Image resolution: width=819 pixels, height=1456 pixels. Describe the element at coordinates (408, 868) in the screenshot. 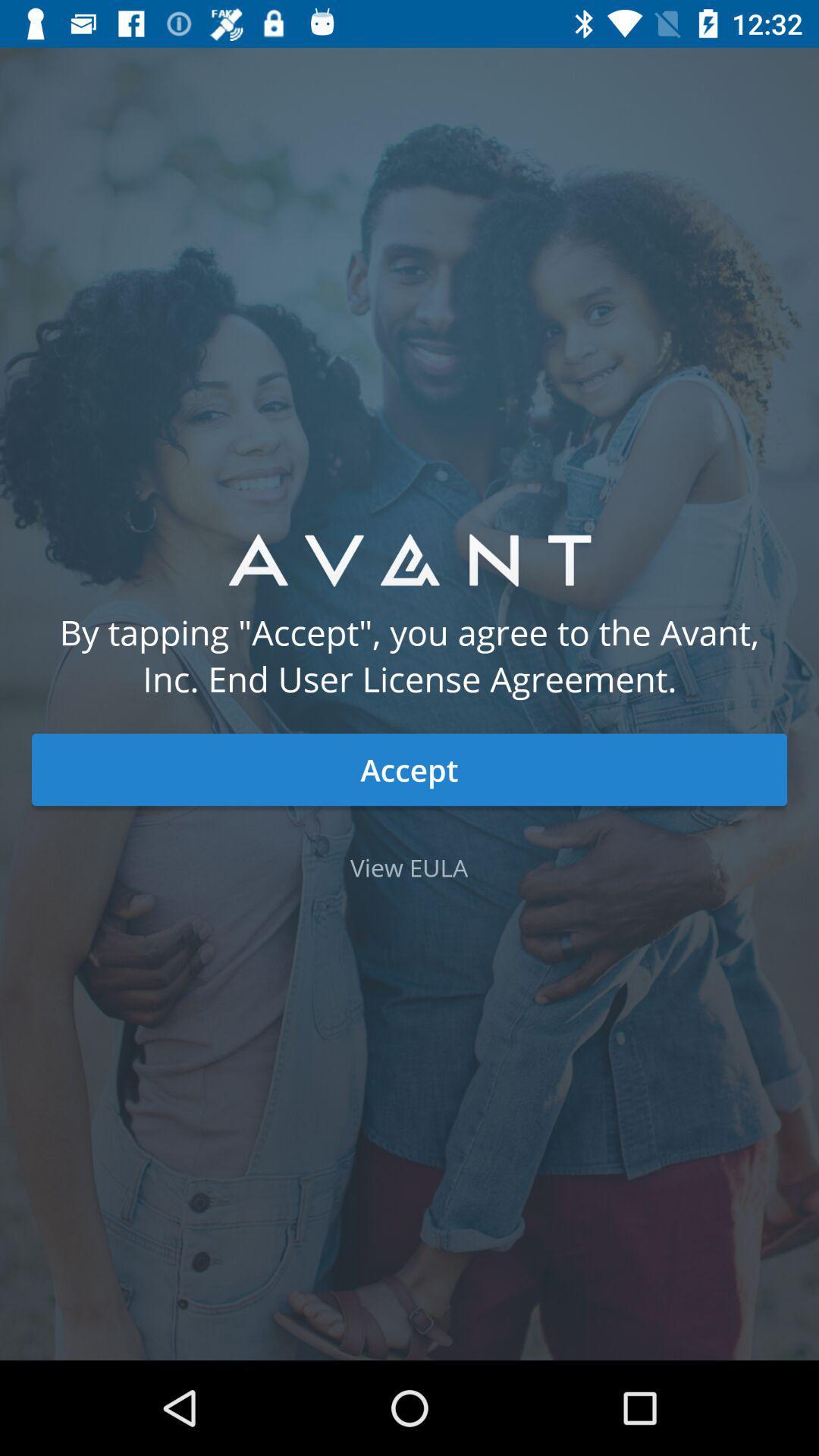

I see `the icon below accept` at that location.